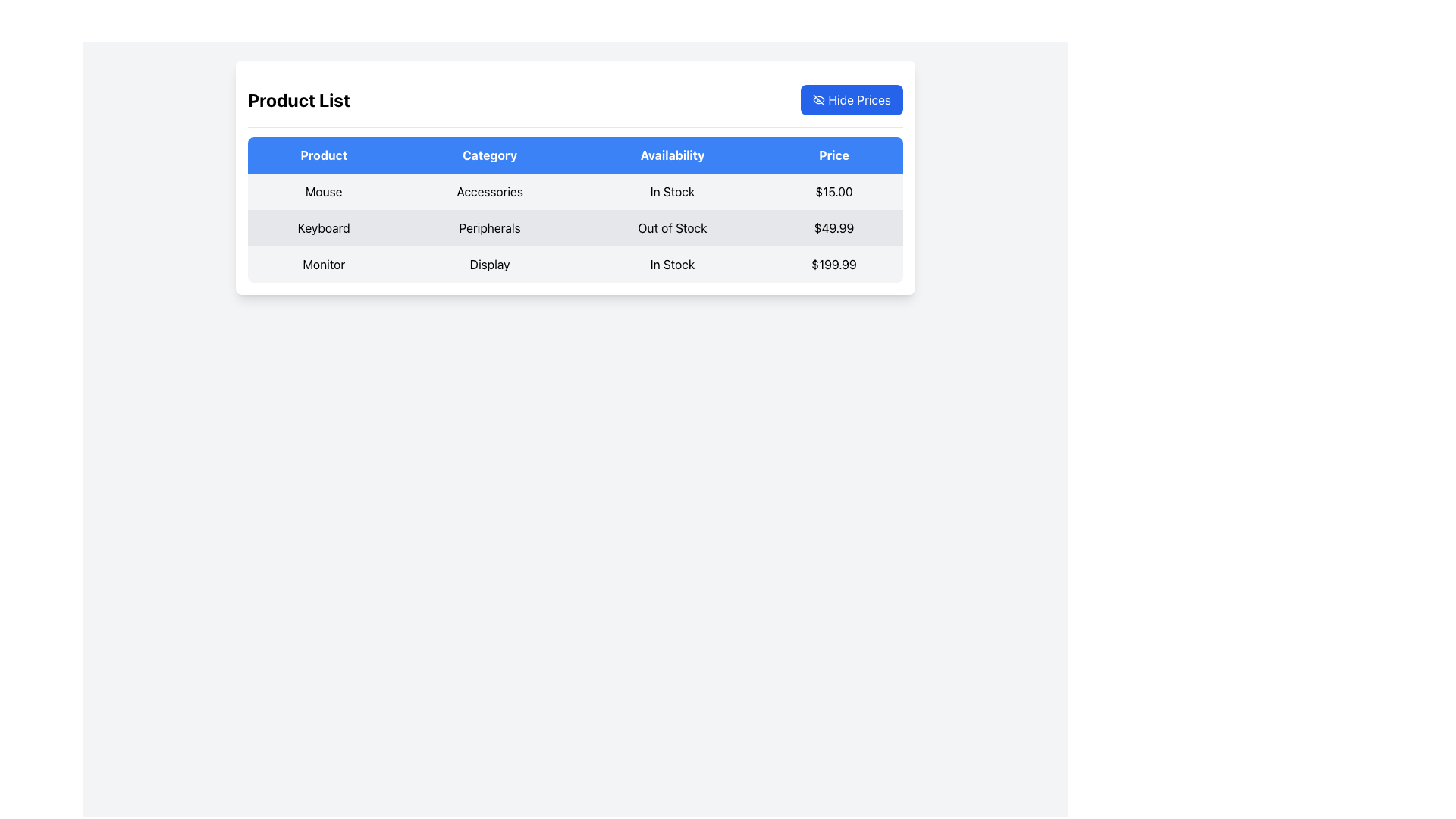 The height and width of the screenshot is (819, 1456). I want to click on the 'Hide Prices' button which contains the eye-off icon indicating a hide functionality, located at the top-right corner of the table header, so click(818, 99).